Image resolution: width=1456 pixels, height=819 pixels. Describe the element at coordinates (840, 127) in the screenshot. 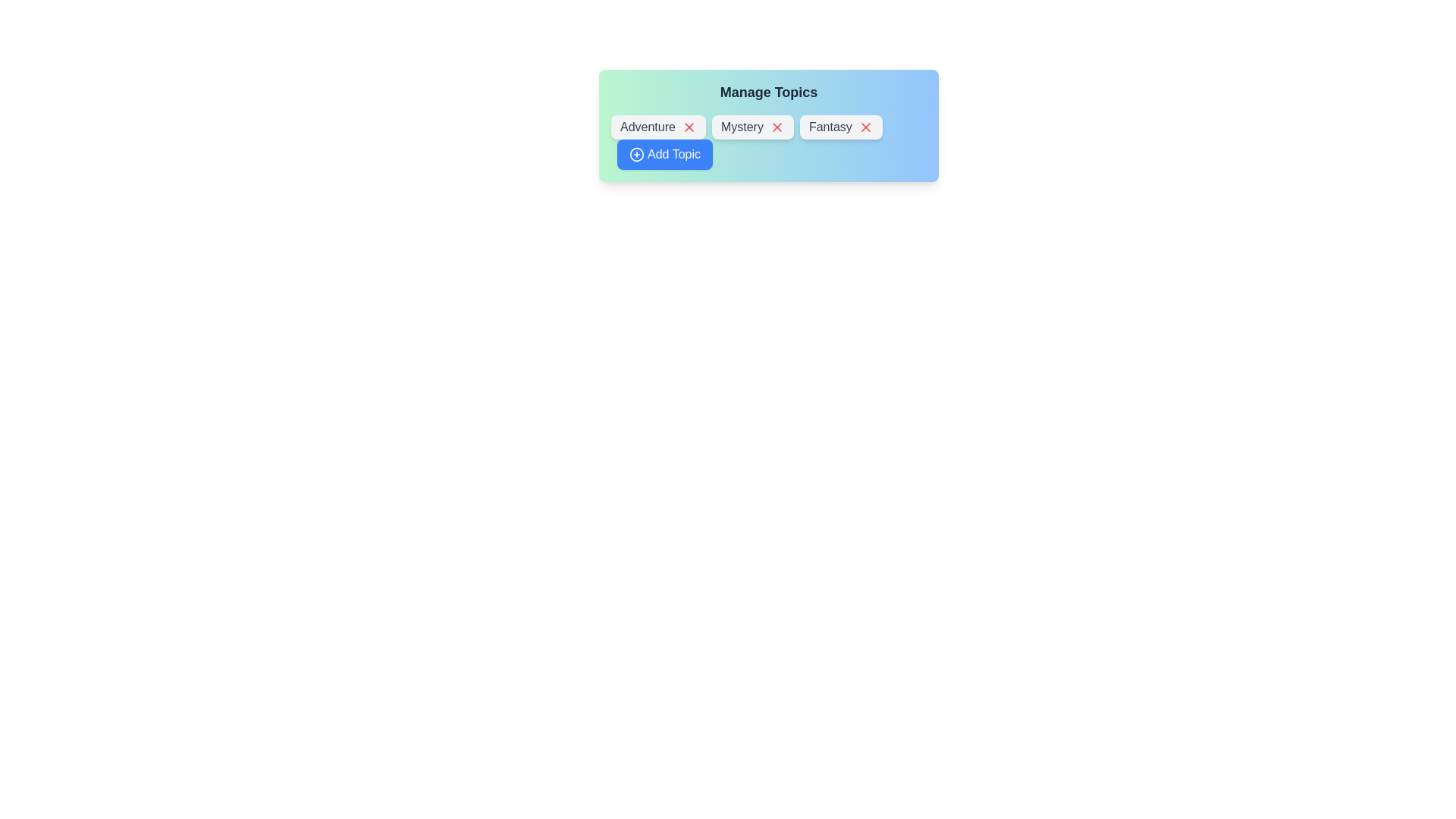

I see `the text label of the chip labeled Fantasy` at that location.